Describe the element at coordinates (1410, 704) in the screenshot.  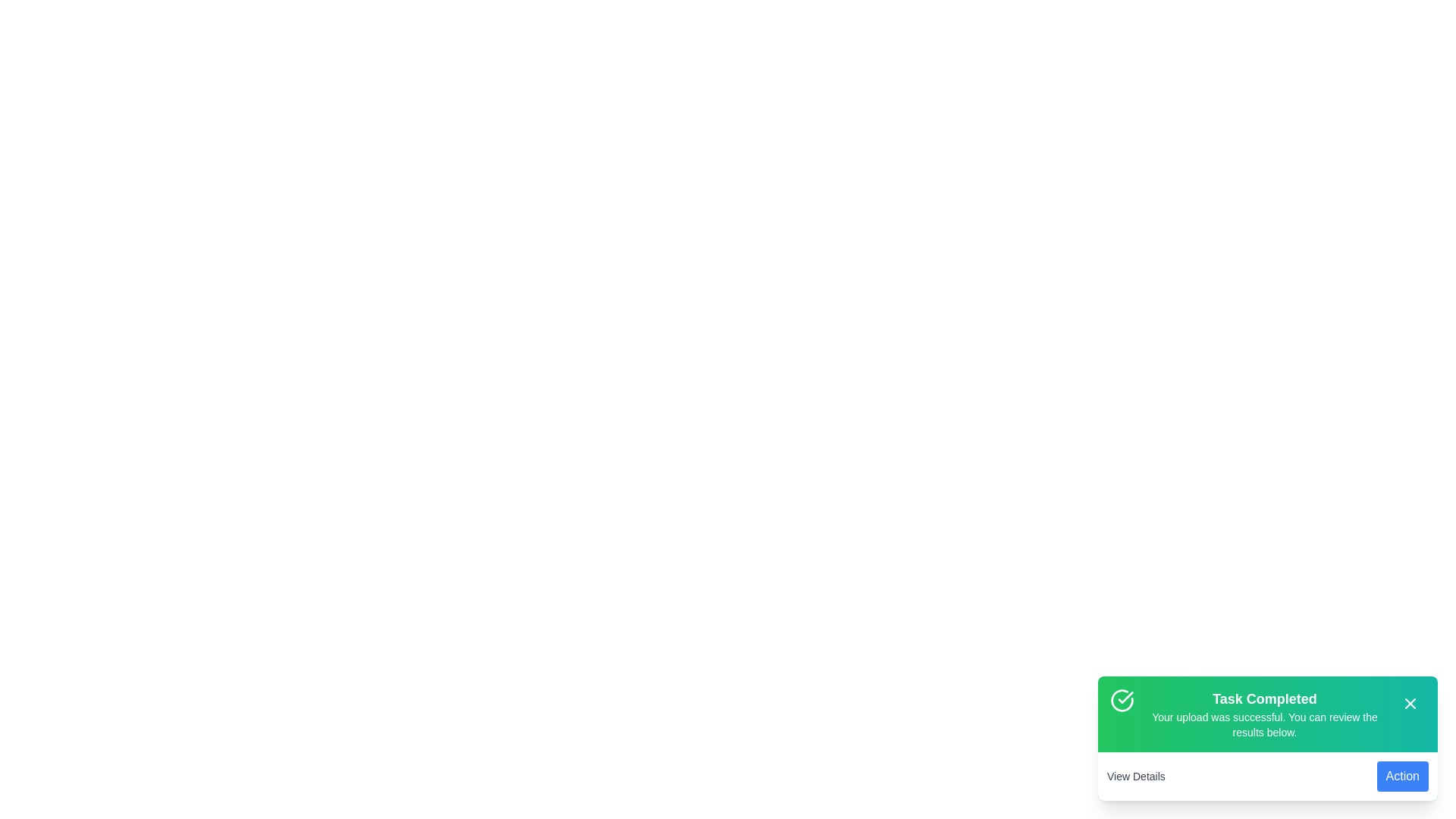
I see `the close button to dismiss the notification` at that location.